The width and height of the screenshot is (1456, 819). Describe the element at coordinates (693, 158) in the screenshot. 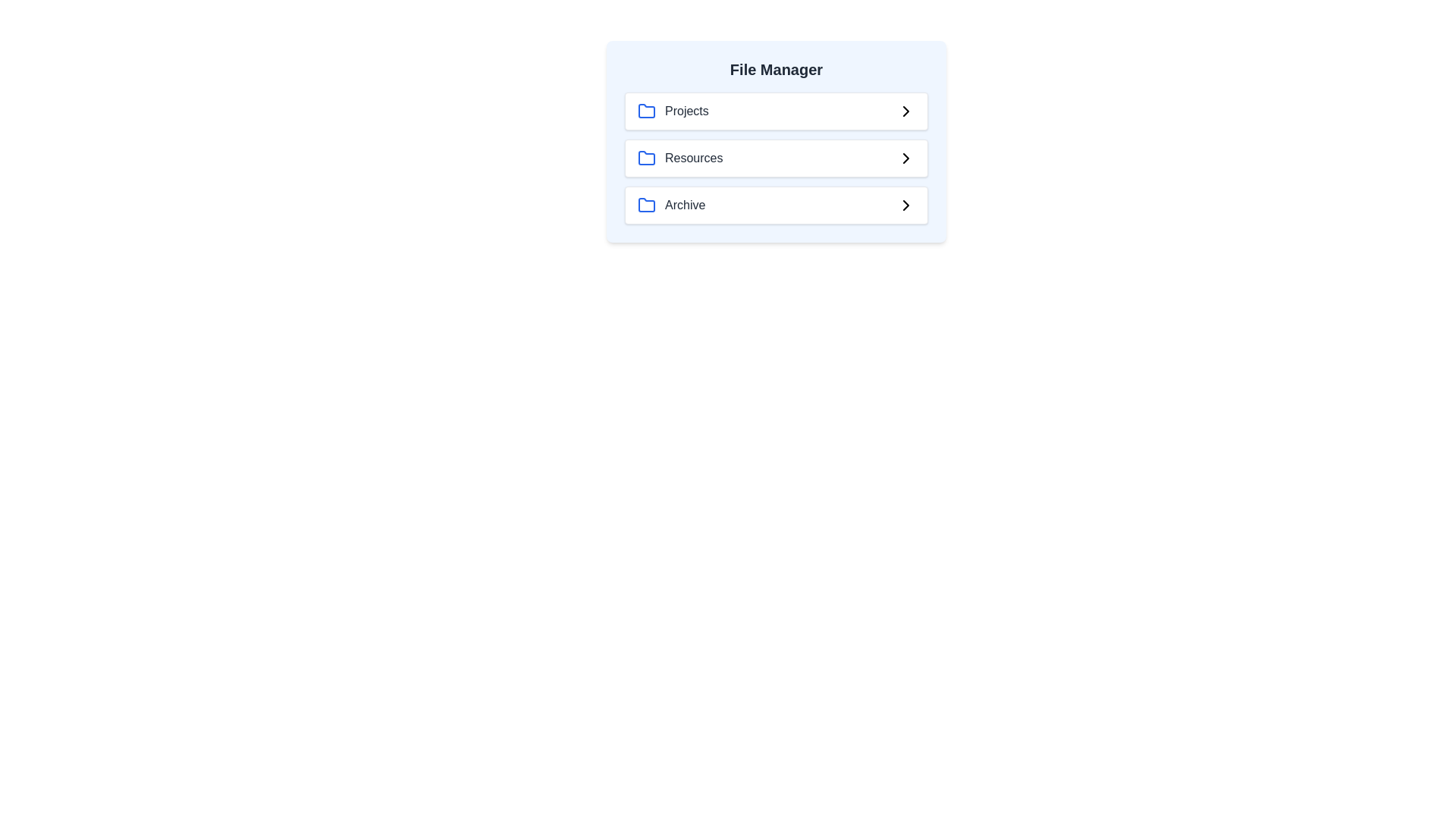

I see `text content of the 'Resources' label, which is a bold, gray text aligned to the left of a folder icon in the File Manager` at that location.